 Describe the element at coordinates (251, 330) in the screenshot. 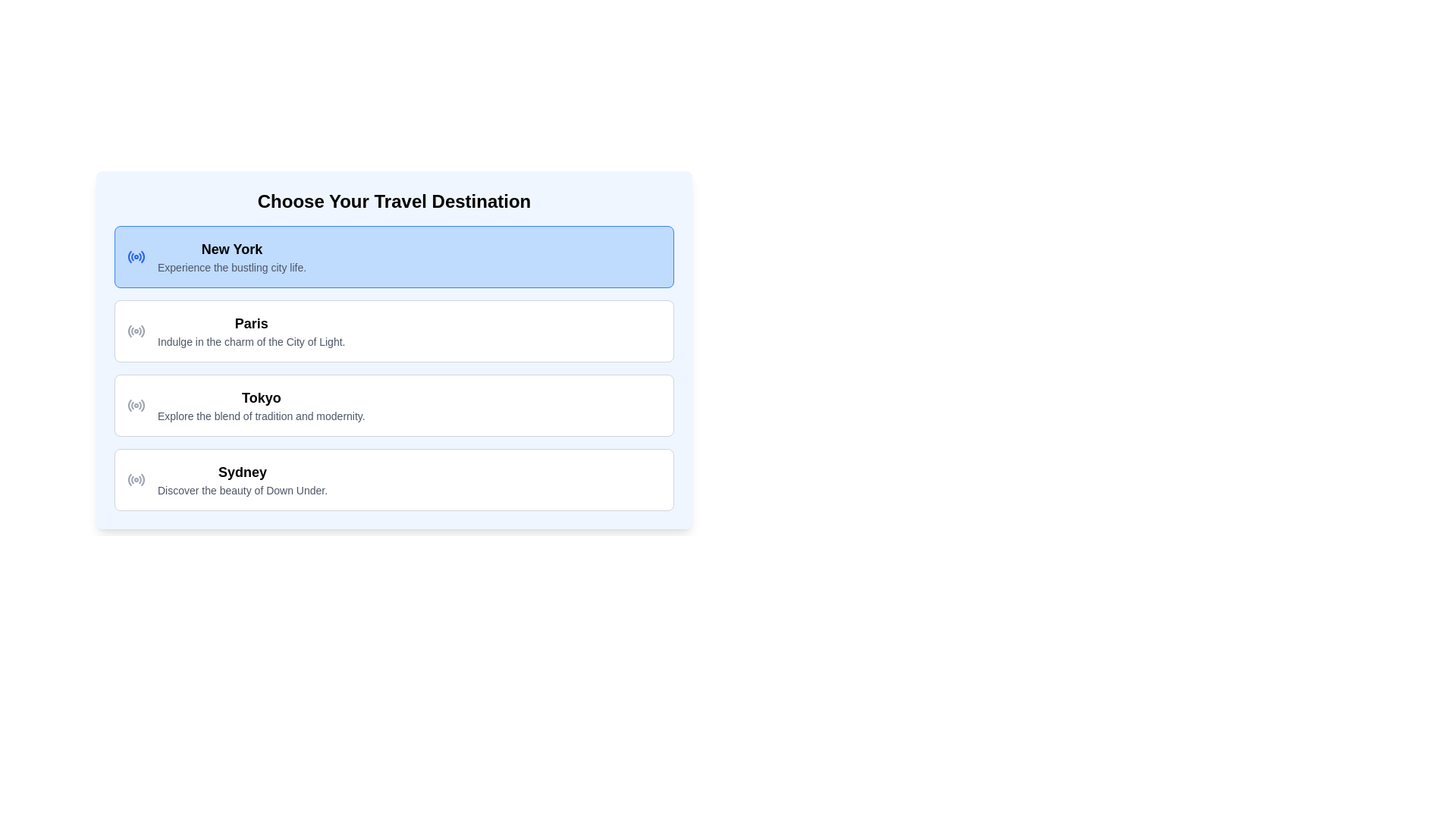

I see `the selectable description for the travel destination 'Paris' located in the second row of the vertical list of destinations` at that location.